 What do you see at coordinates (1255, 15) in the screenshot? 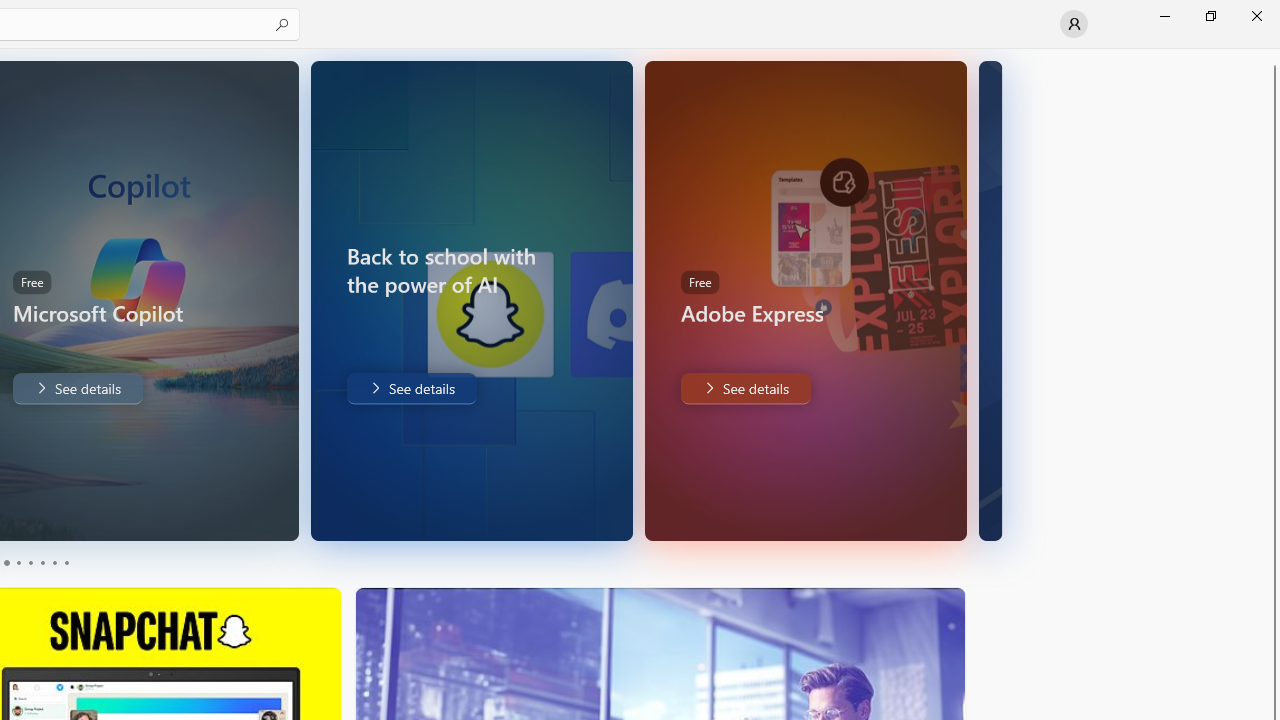
I see `'Close Microsoft Store'` at bounding box center [1255, 15].